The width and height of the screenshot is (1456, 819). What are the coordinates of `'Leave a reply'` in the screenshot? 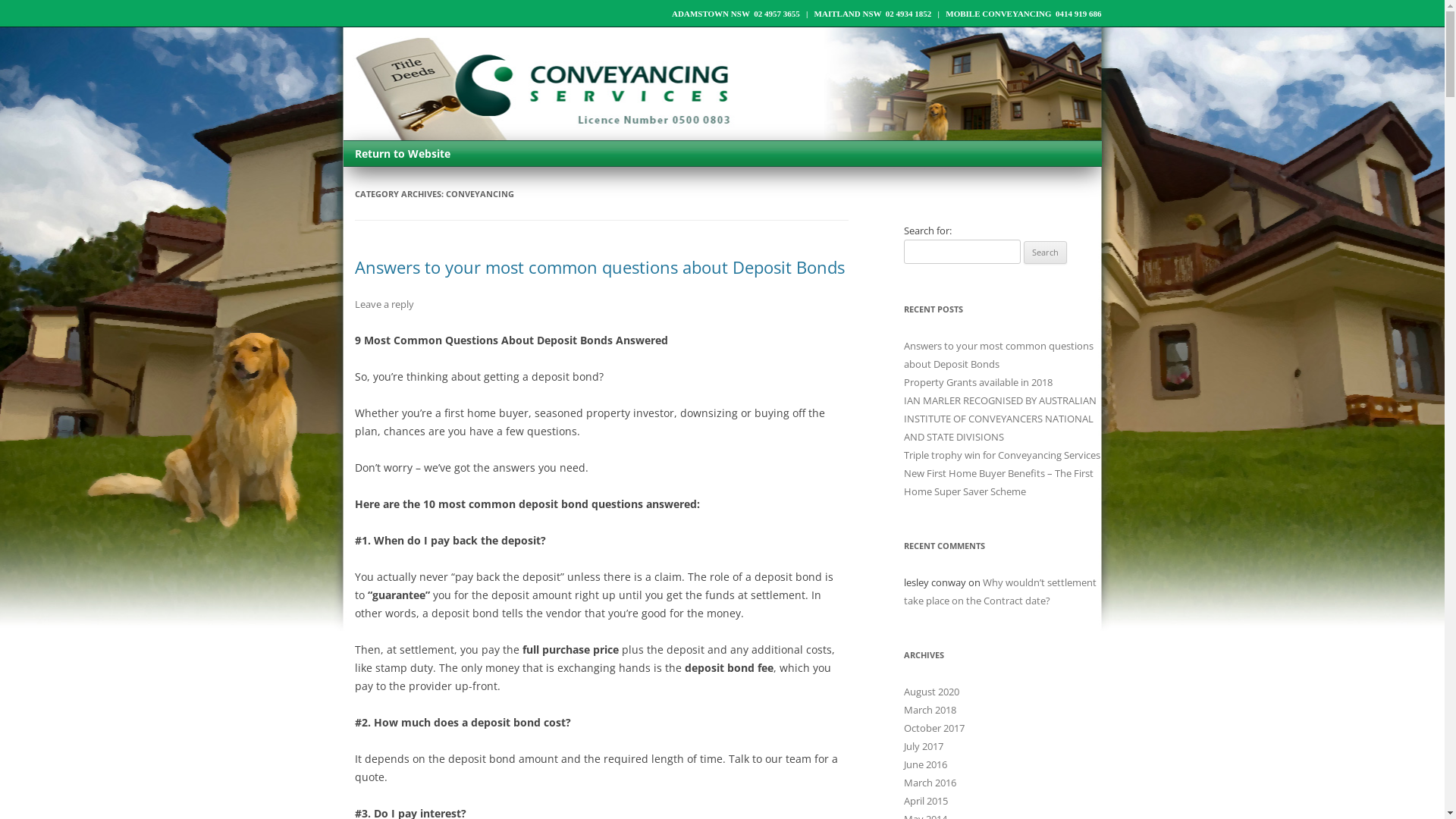 It's located at (384, 304).